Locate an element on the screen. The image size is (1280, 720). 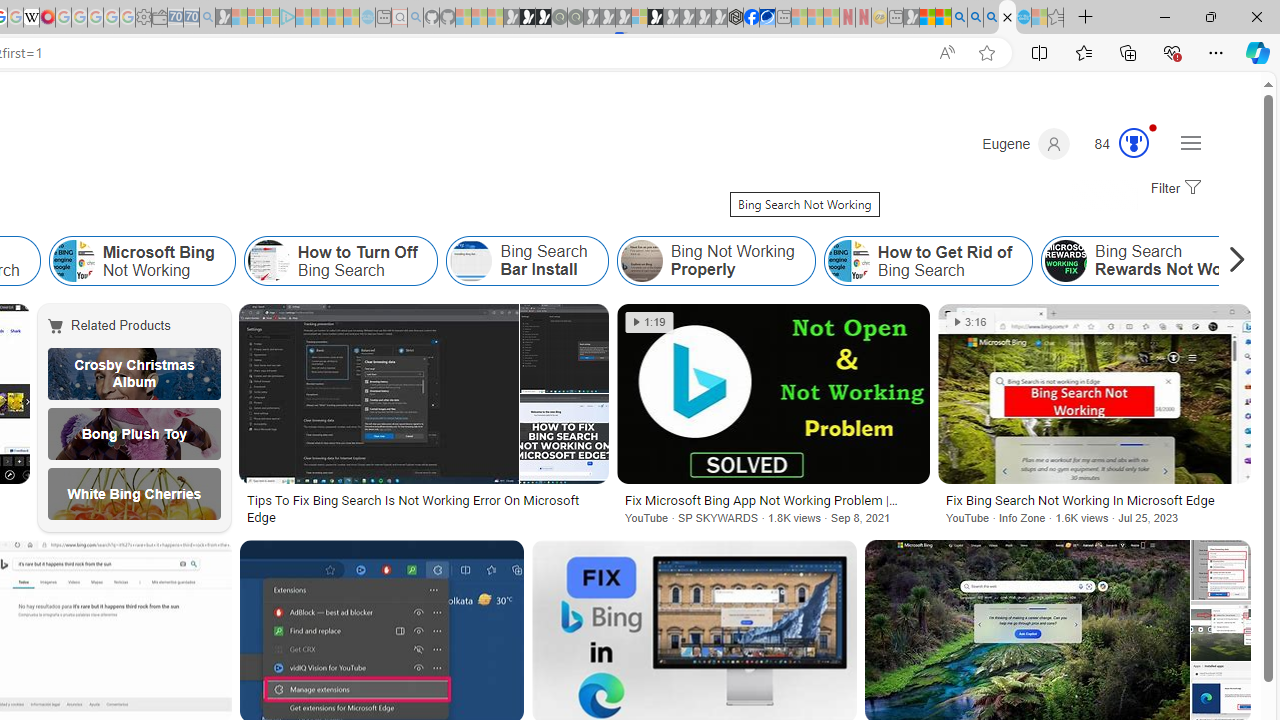
'Future Focus Report 2024 - Sleeping' is located at coordinates (574, 17).